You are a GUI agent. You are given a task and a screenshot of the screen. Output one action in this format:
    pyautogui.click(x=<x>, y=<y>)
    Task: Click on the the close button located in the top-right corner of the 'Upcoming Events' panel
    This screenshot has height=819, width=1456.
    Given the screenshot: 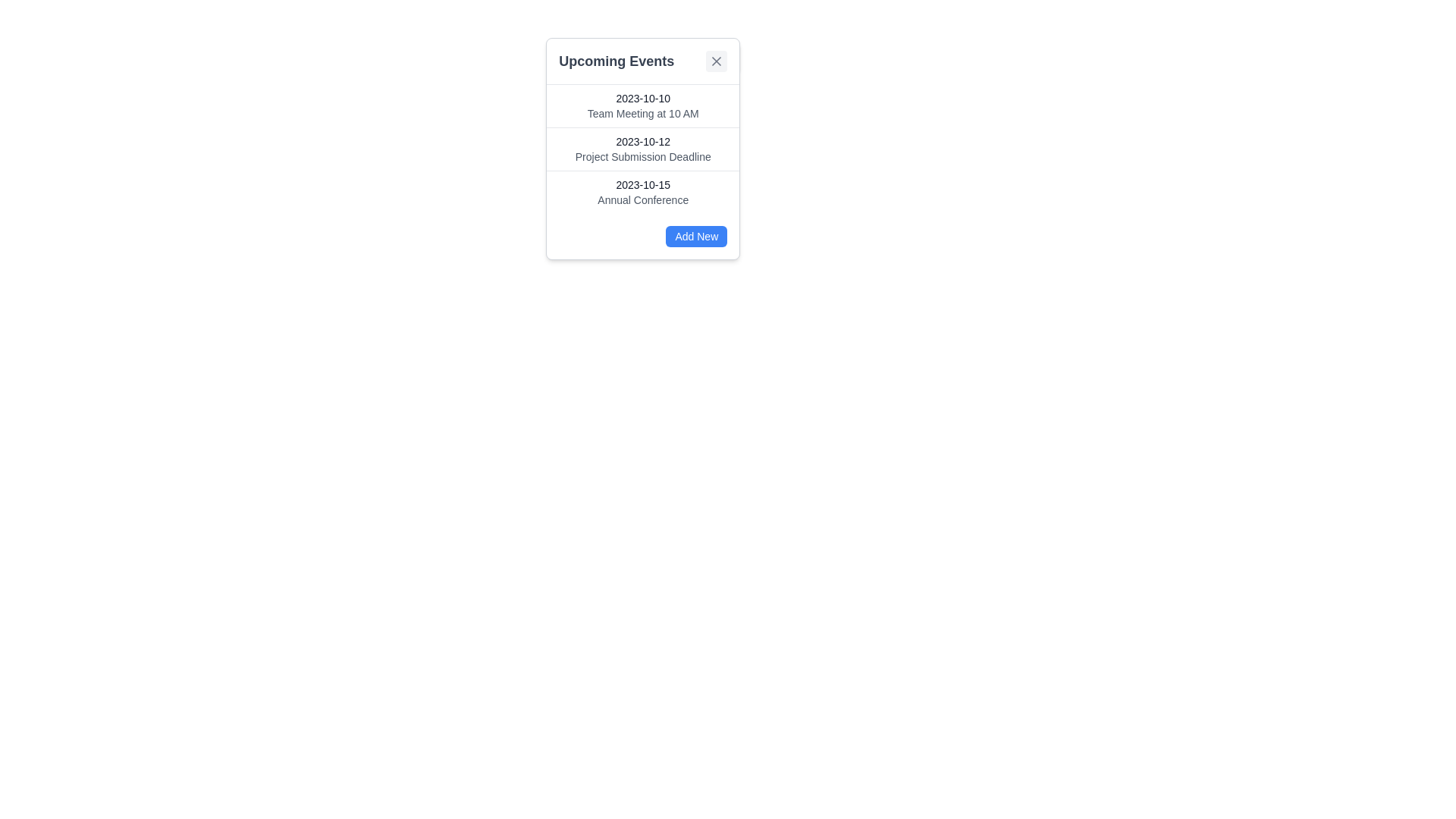 What is the action you would take?
    pyautogui.click(x=716, y=61)
    